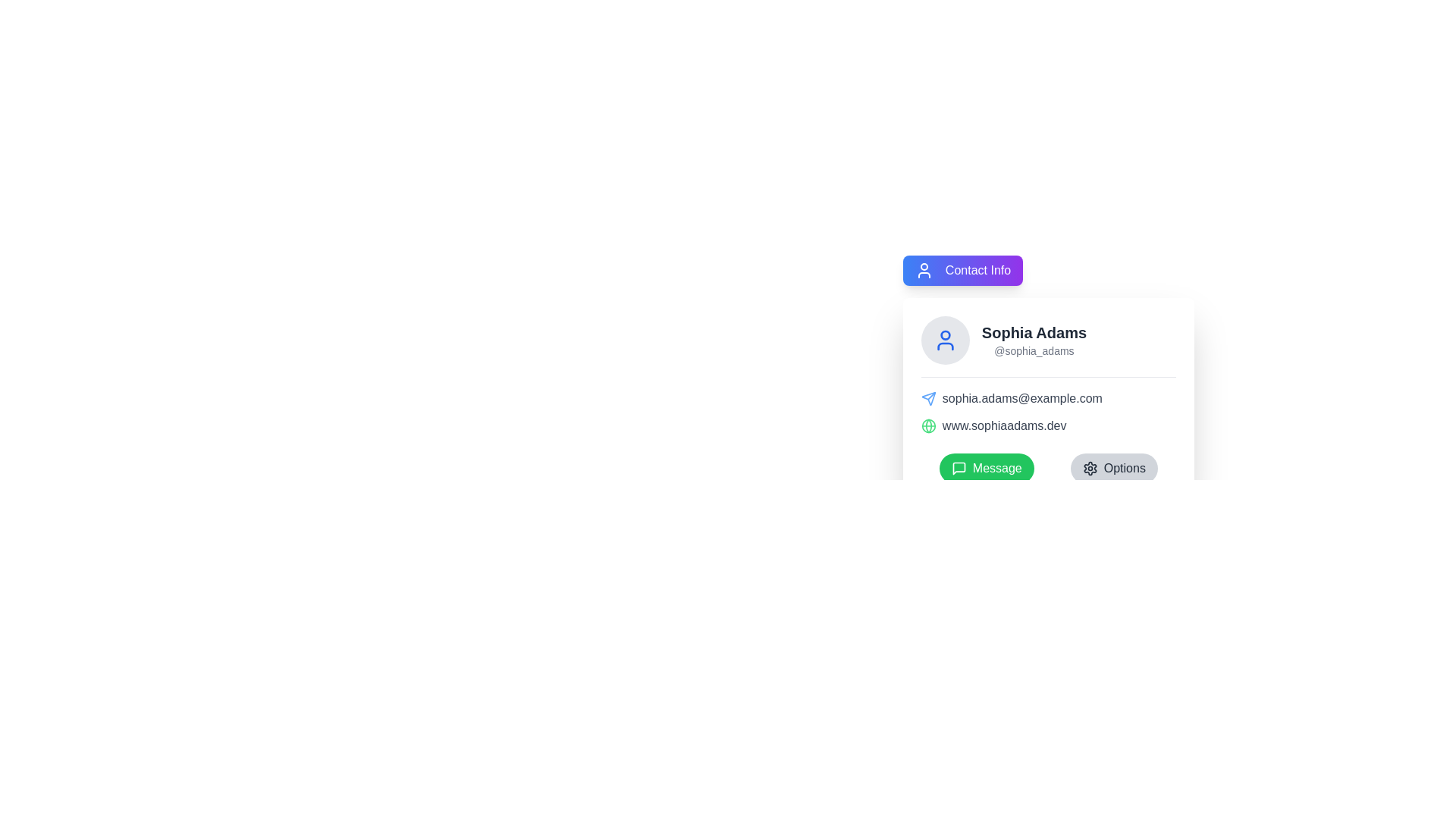 The width and height of the screenshot is (1456, 819). Describe the element at coordinates (1033, 350) in the screenshot. I see `the text label displaying the username '@sophia_adams' located under the name 'Sophia Adams' in the user profile interface` at that location.